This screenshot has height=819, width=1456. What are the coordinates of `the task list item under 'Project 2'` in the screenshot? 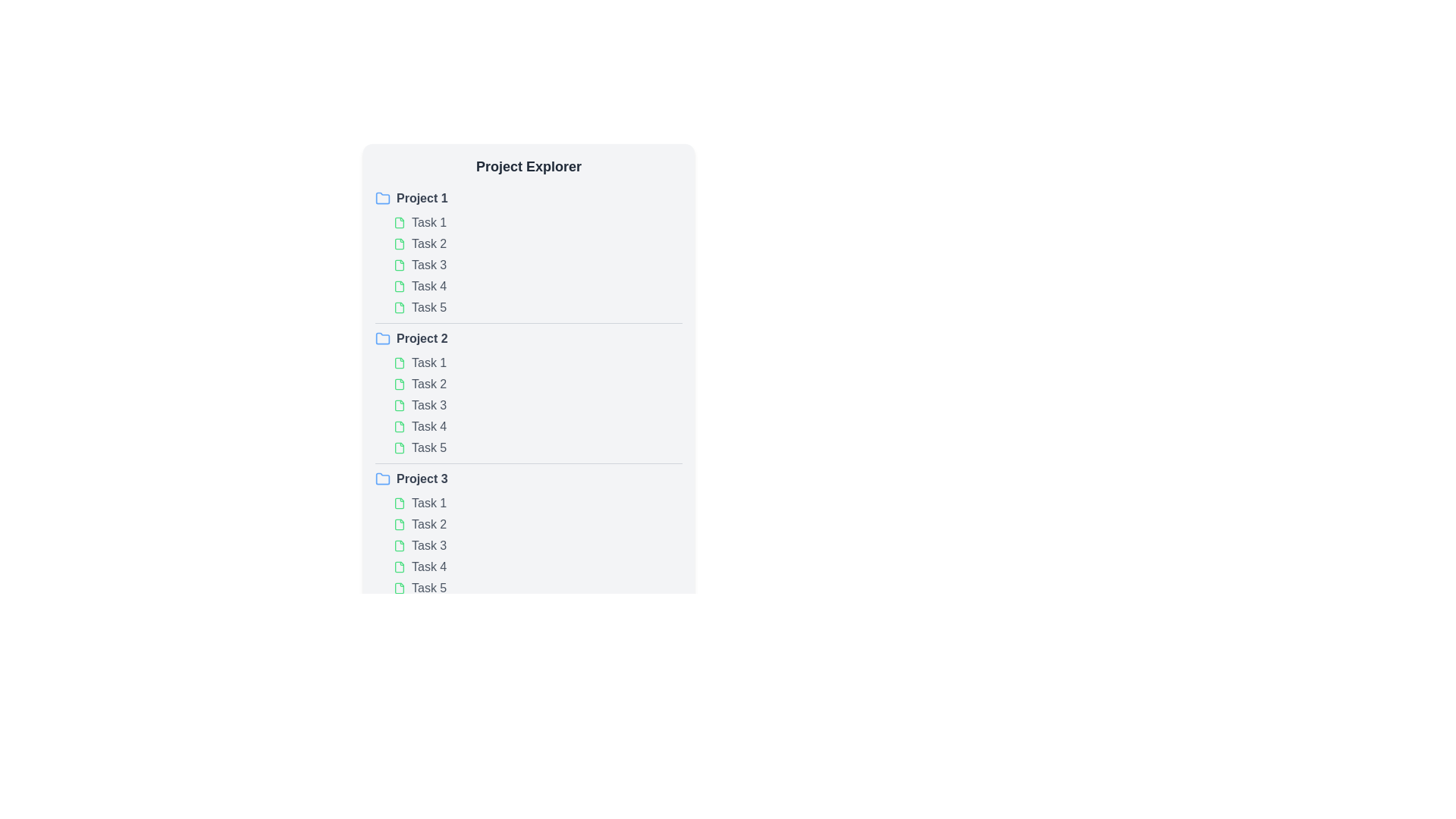 It's located at (538, 405).